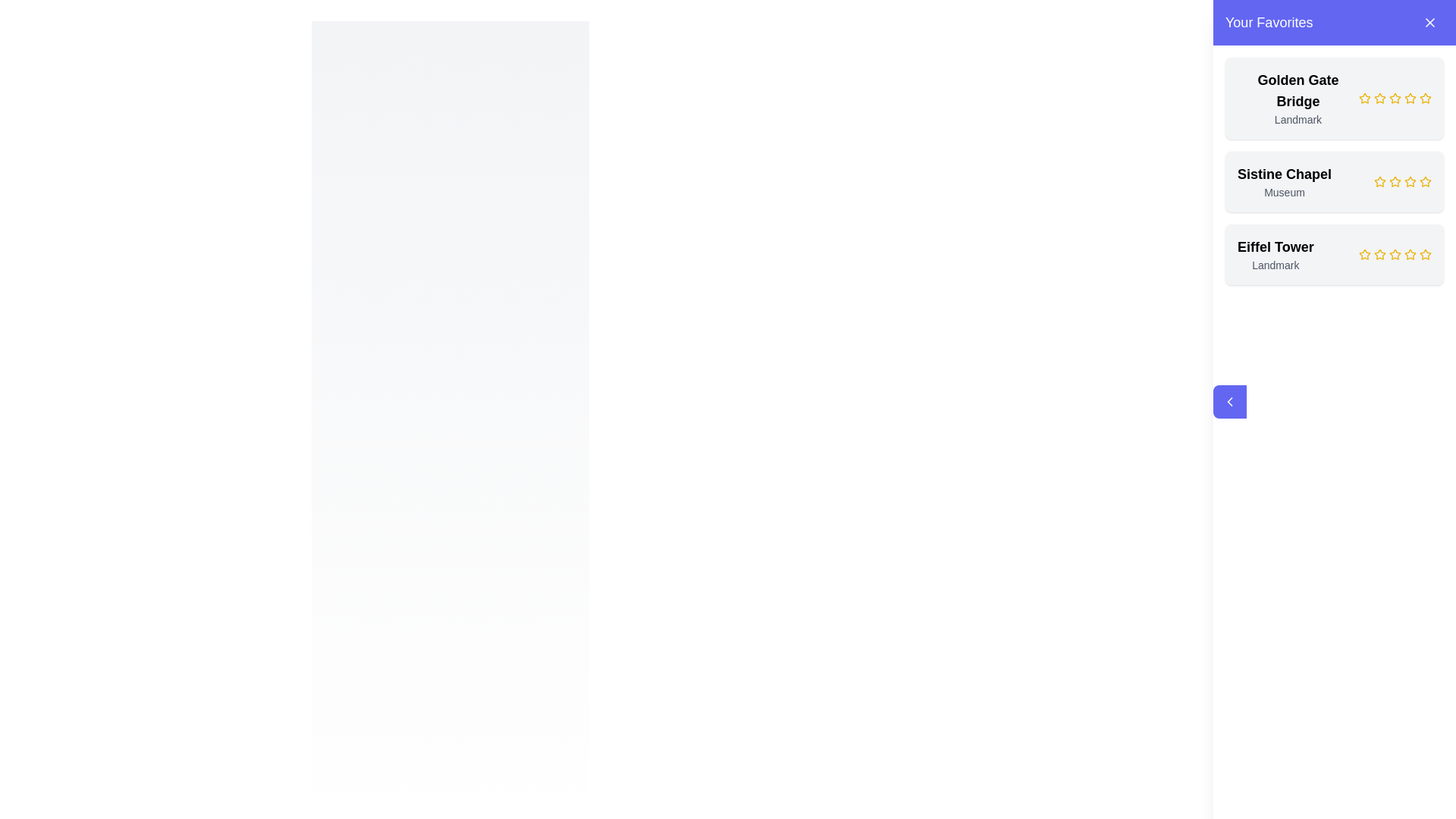  I want to click on the fifth star-shaped rating icon outlined in yellow to rate the 'Golden Gate Bridge' entry in the 'Your Favorites' list, so click(1410, 99).